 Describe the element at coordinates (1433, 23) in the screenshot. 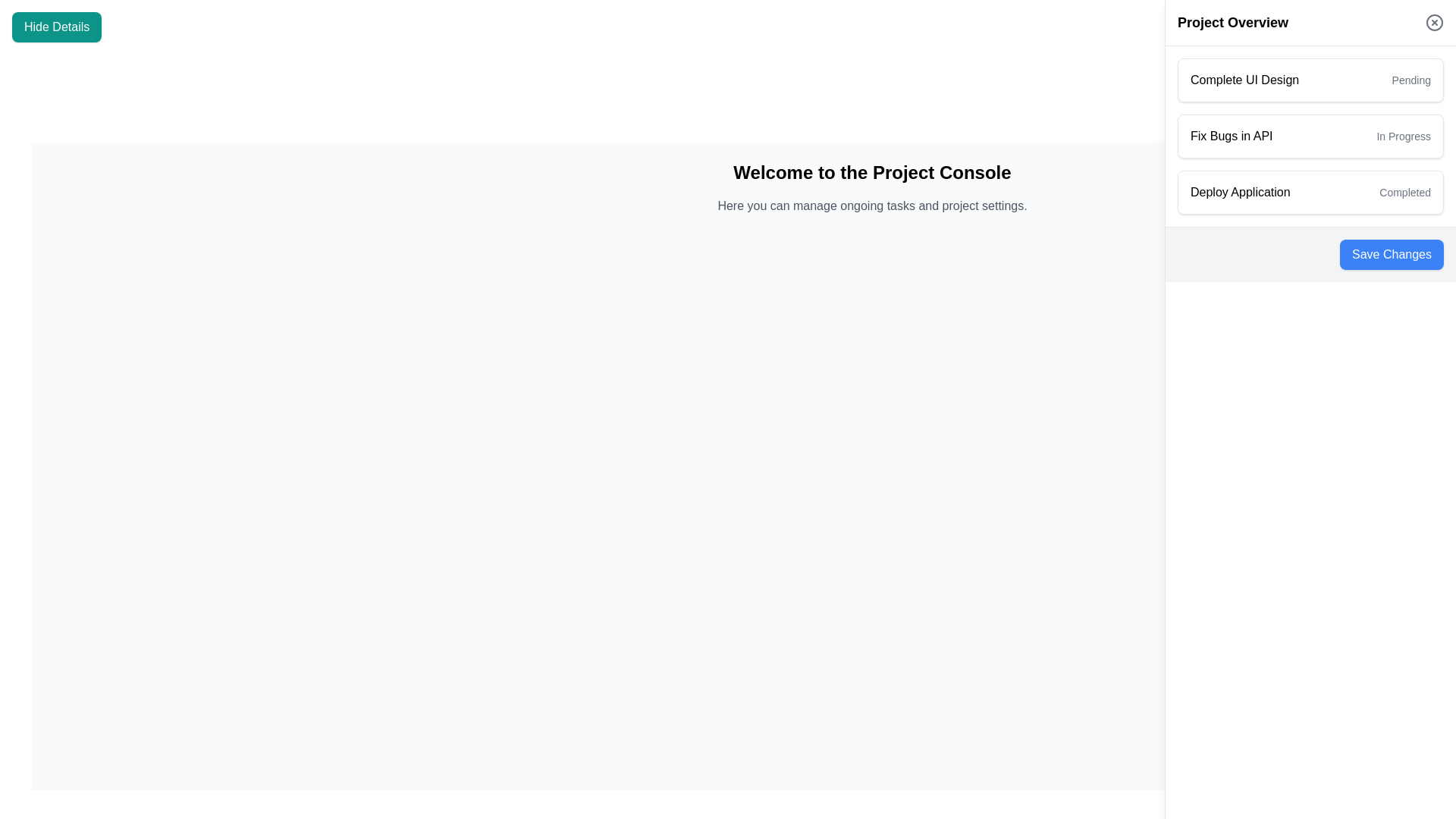

I see `the dismiss or close icon button located in the top-right corner of the 'Project Overview' section to initiate the action` at that location.